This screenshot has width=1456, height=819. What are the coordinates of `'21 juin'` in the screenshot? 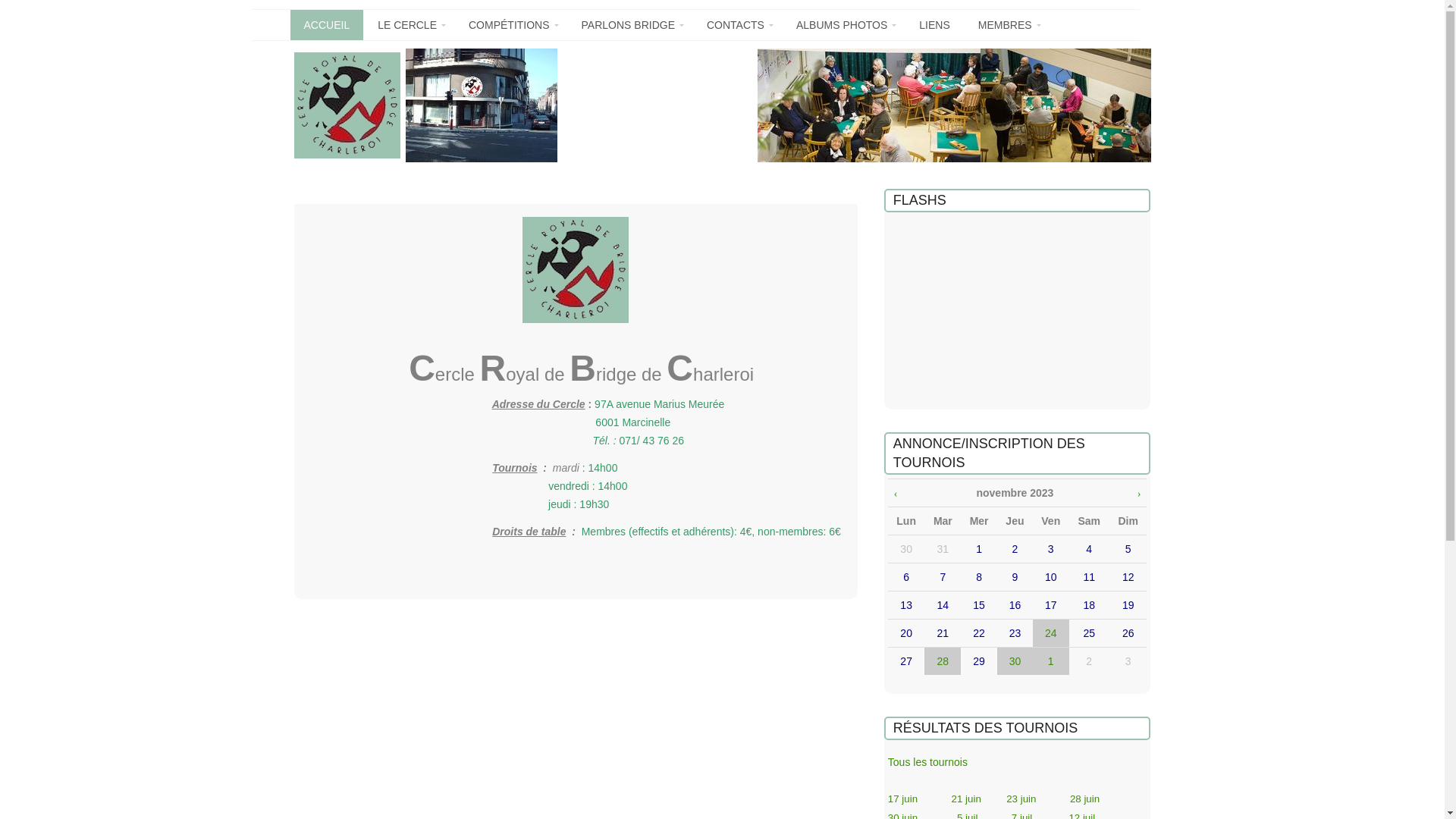 It's located at (950, 798).